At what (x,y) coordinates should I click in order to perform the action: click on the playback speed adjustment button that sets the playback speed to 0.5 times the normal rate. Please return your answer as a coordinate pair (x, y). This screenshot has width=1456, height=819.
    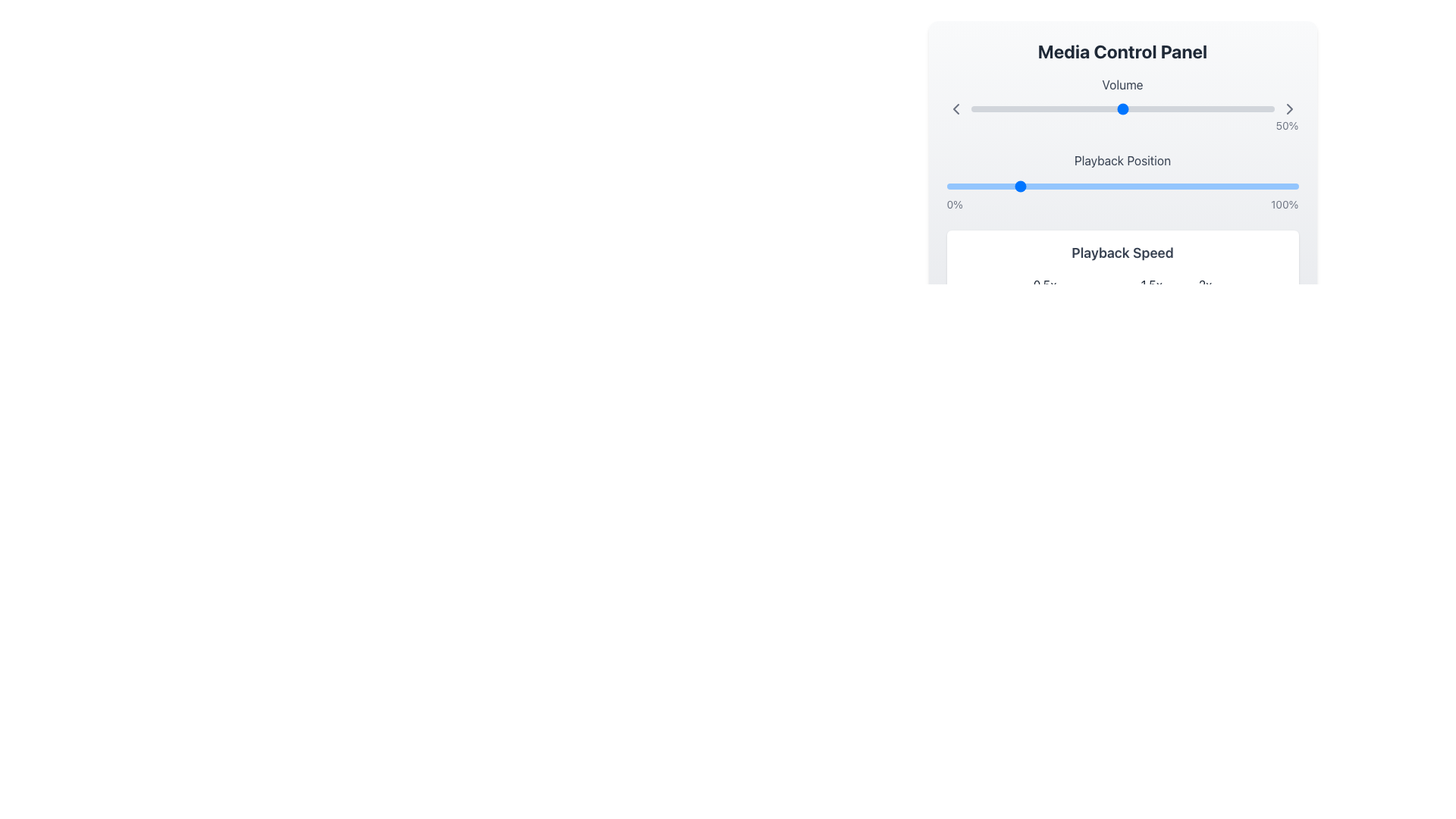
    Looking at the image, I should click on (1043, 284).